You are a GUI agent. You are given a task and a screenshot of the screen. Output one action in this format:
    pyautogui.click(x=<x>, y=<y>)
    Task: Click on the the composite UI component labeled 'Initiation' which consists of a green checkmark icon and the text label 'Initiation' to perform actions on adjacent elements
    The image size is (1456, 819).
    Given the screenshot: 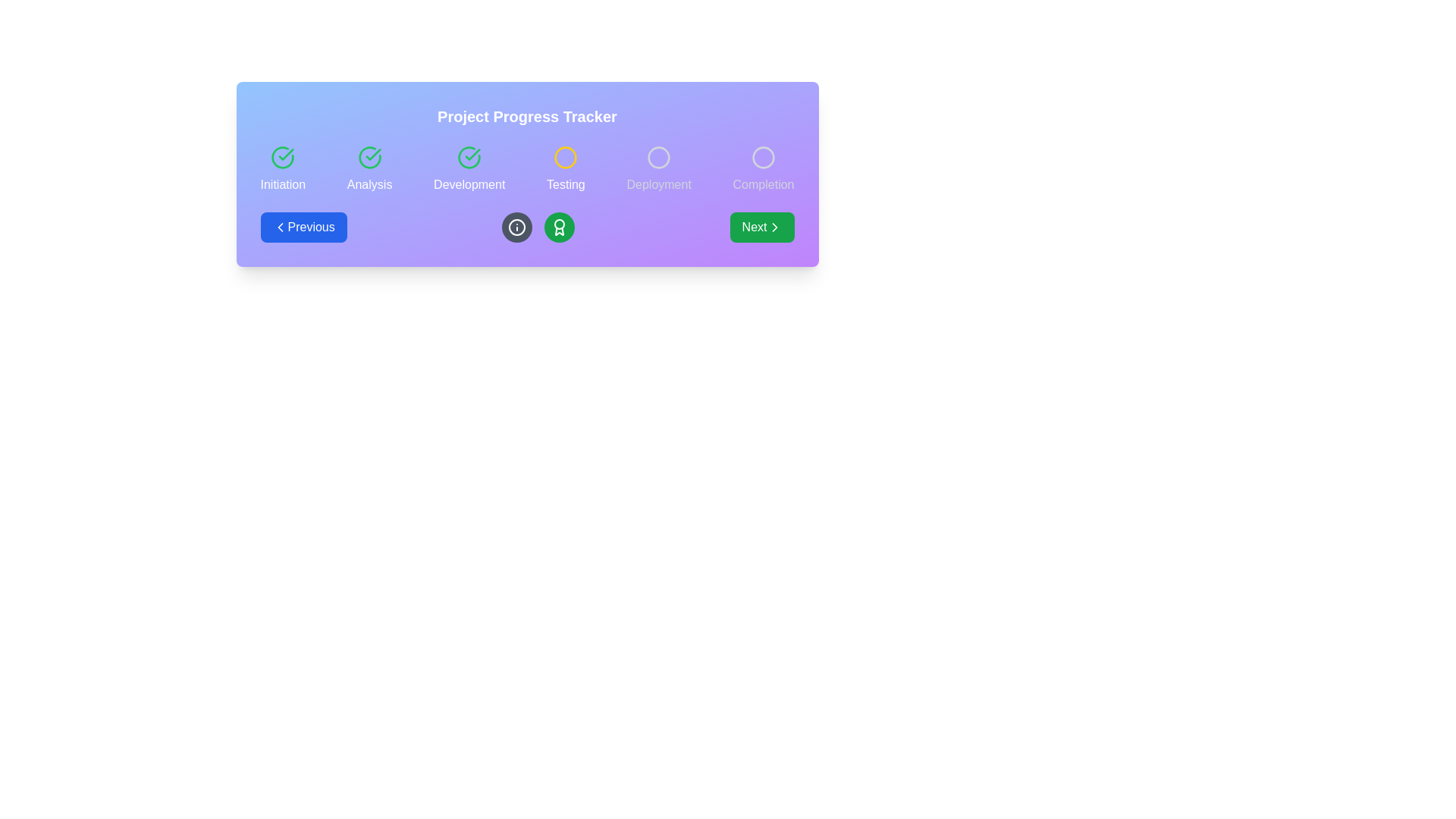 What is the action you would take?
    pyautogui.click(x=283, y=169)
    